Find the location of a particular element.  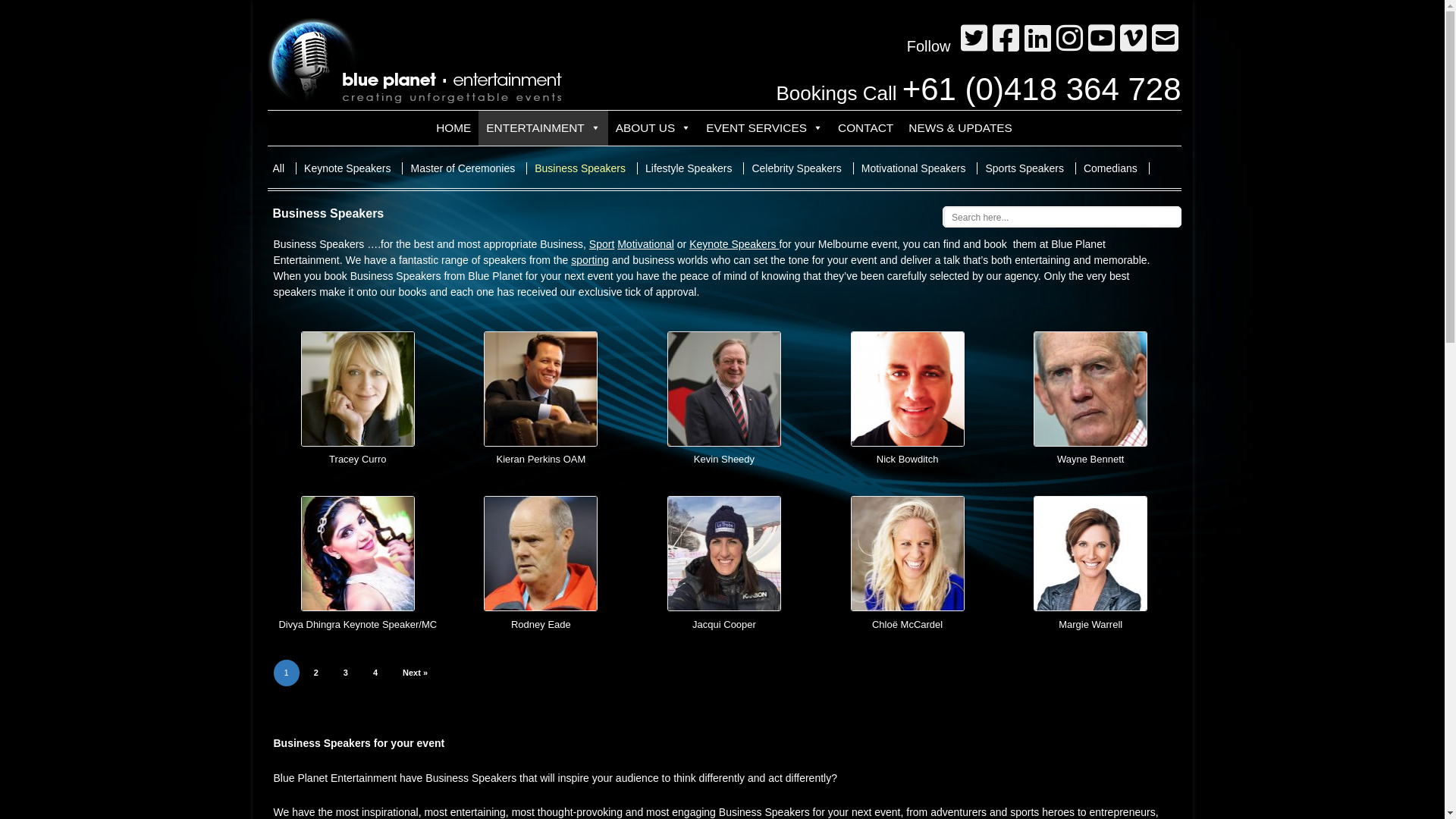

'EVENT SERVICES' is located at coordinates (764, 127).